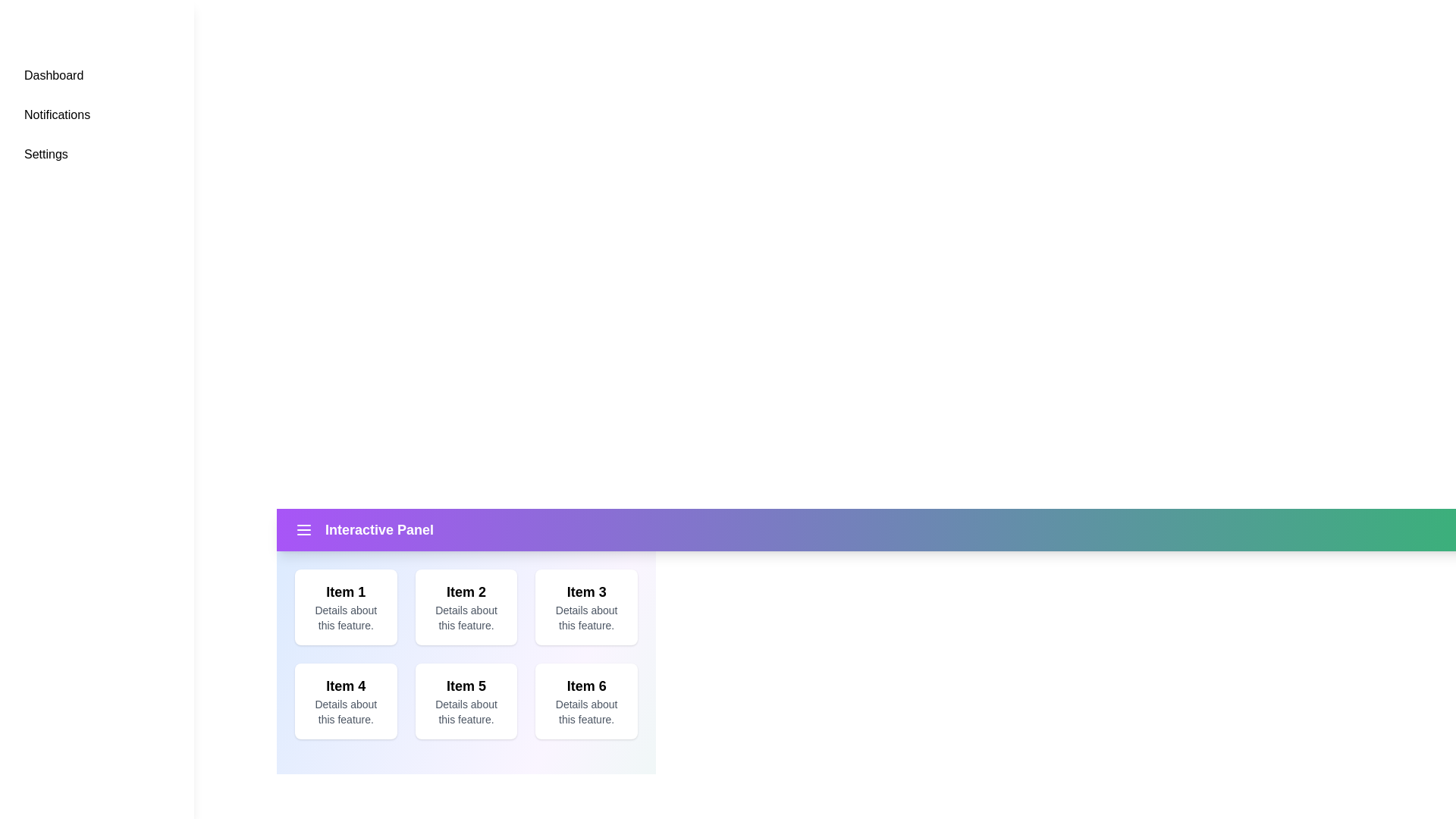 The width and height of the screenshot is (1456, 819). Describe the element at coordinates (585, 701) in the screenshot. I see `the Informational card titled 'Item 6' which includes details about this feature, located in the third column and second row of the grid layout` at that location.